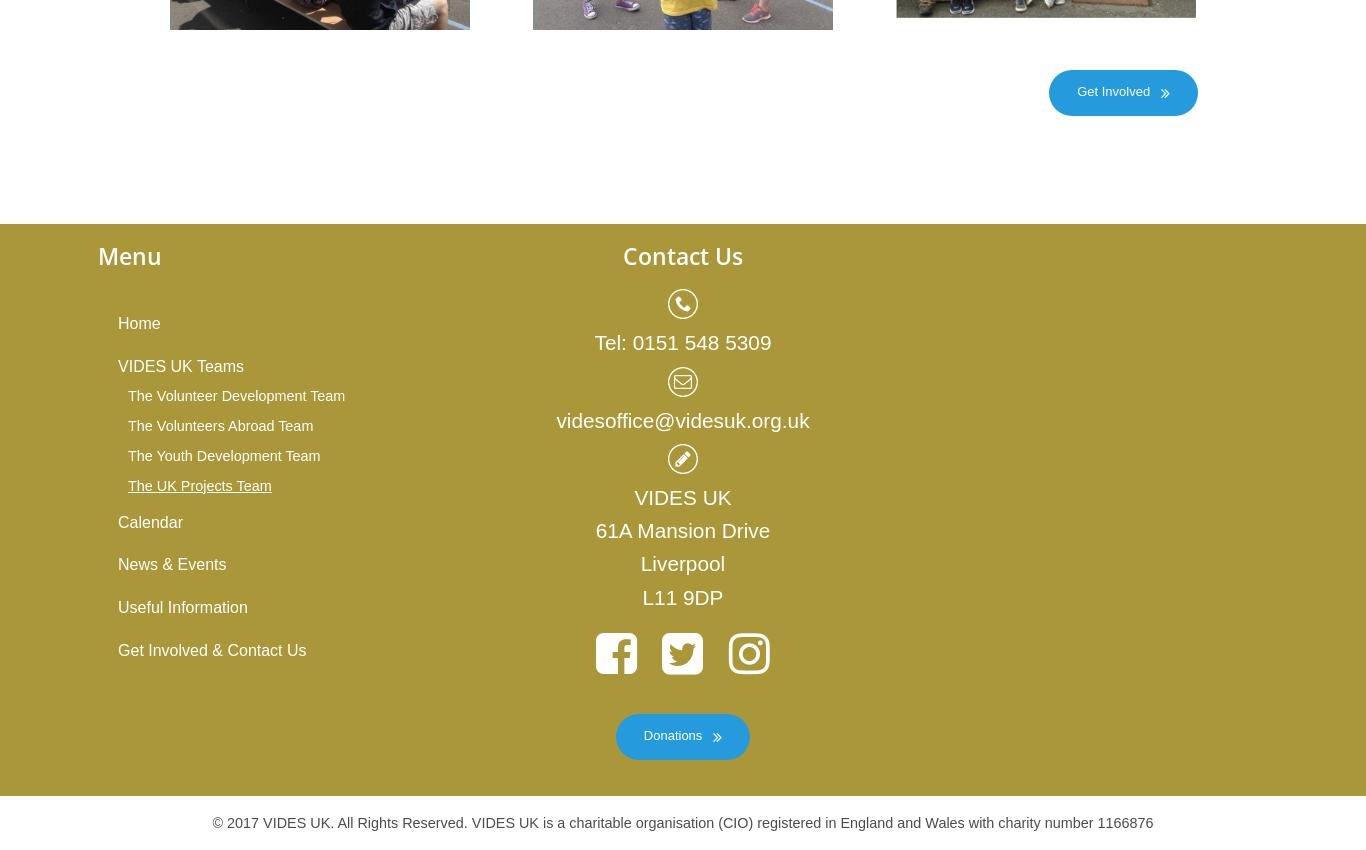 The width and height of the screenshot is (1366, 850). Describe the element at coordinates (592, 341) in the screenshot. I see `'Tel: 0151 548 5309'` at that location.